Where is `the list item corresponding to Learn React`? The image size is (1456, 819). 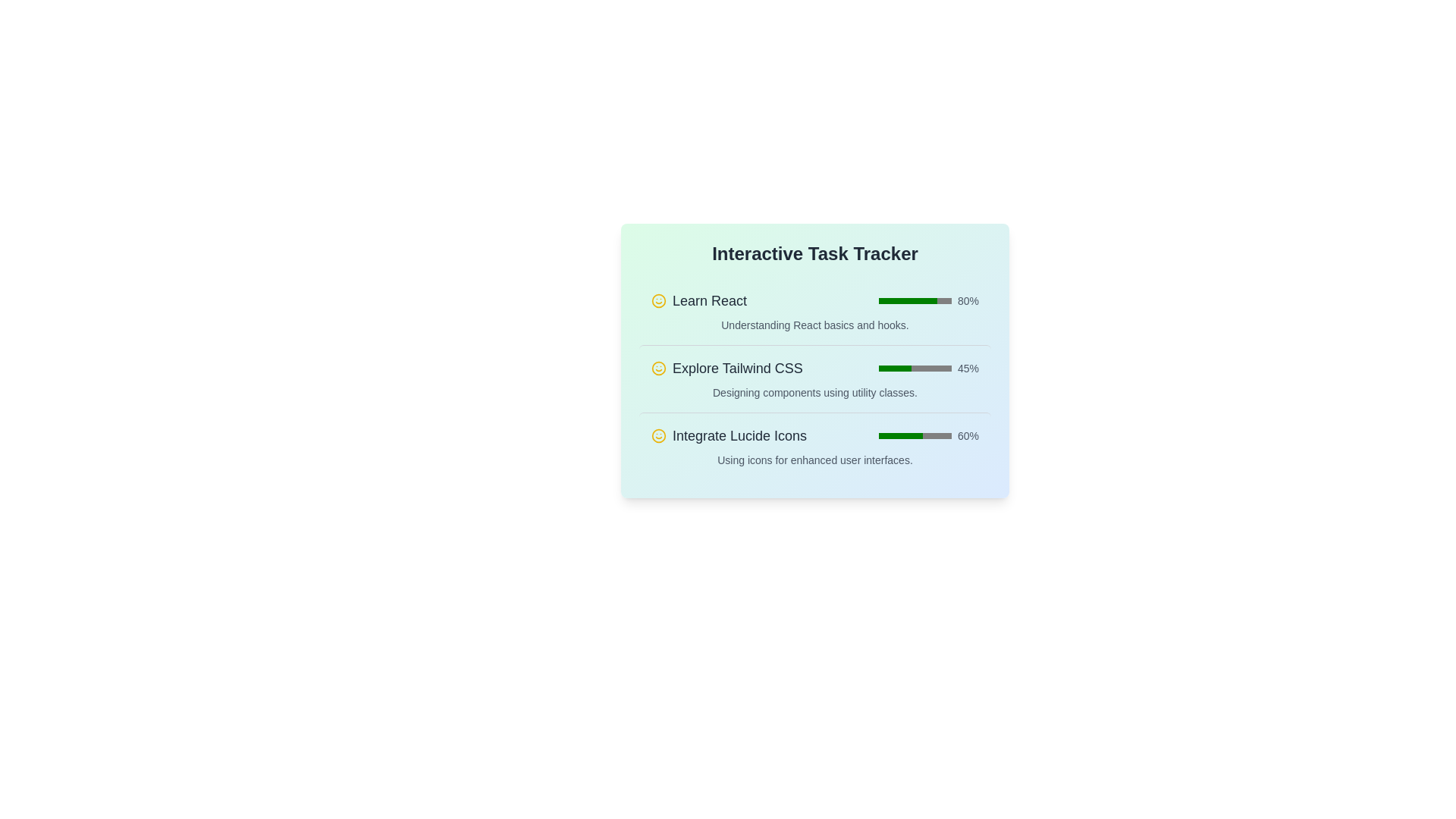
the list item corresponding to Learn React is located at coordinates (814, 311).